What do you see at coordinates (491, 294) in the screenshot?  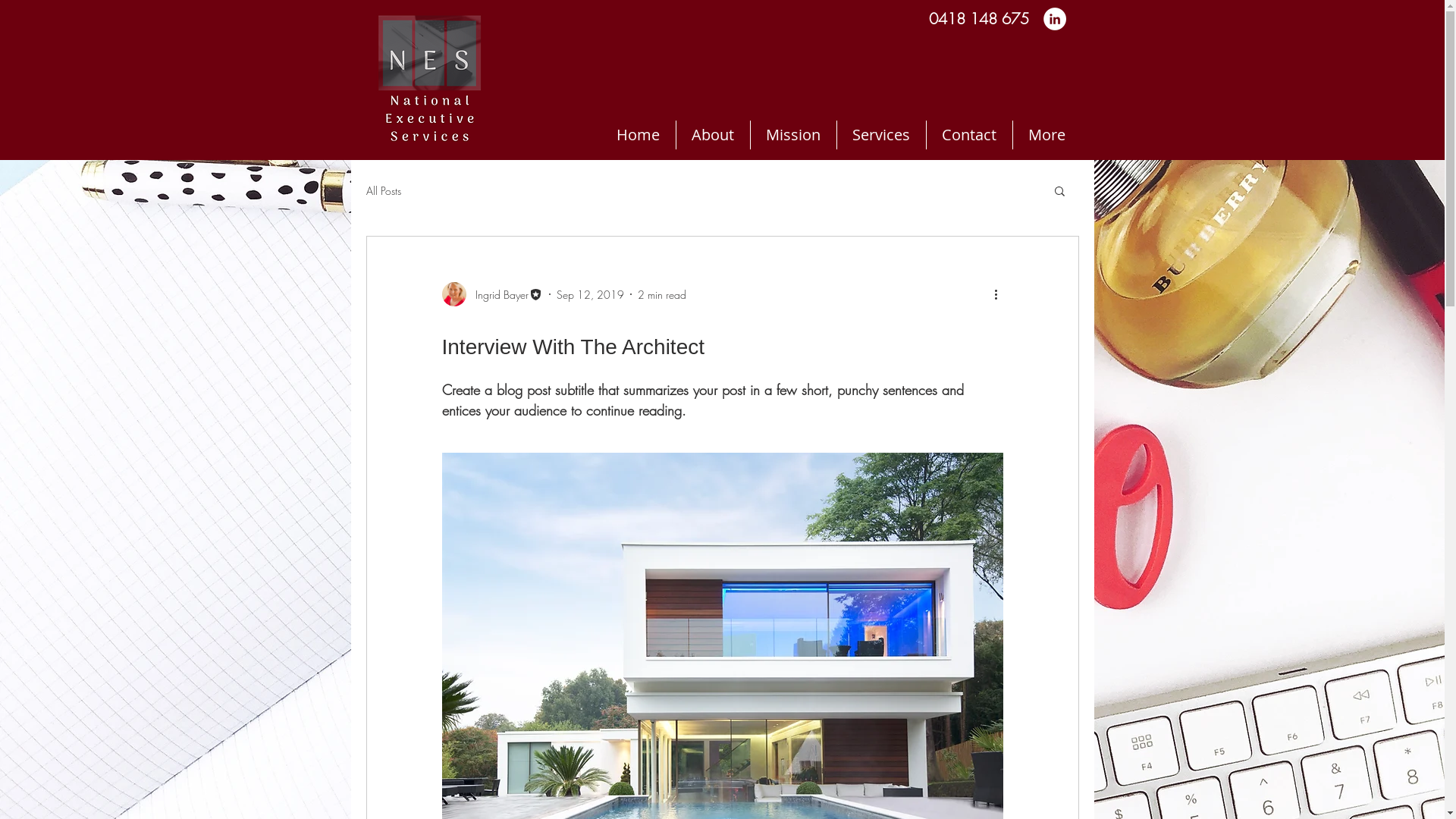 I see `'Ingrid Bayer'` at bounding box center [491, 294].